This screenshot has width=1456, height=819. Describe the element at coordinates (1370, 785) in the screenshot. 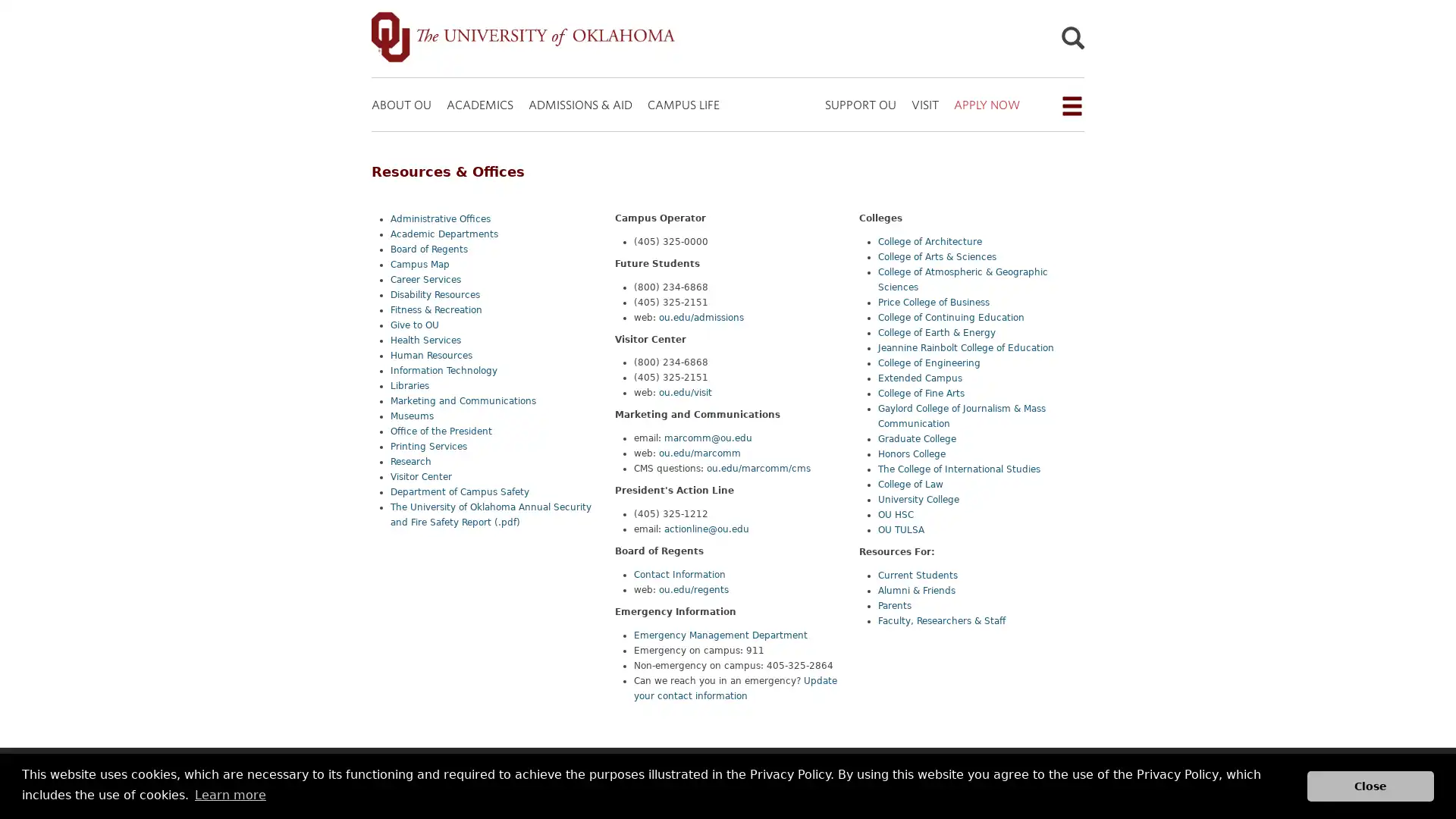

I see `dismiss cookie message` at that location.